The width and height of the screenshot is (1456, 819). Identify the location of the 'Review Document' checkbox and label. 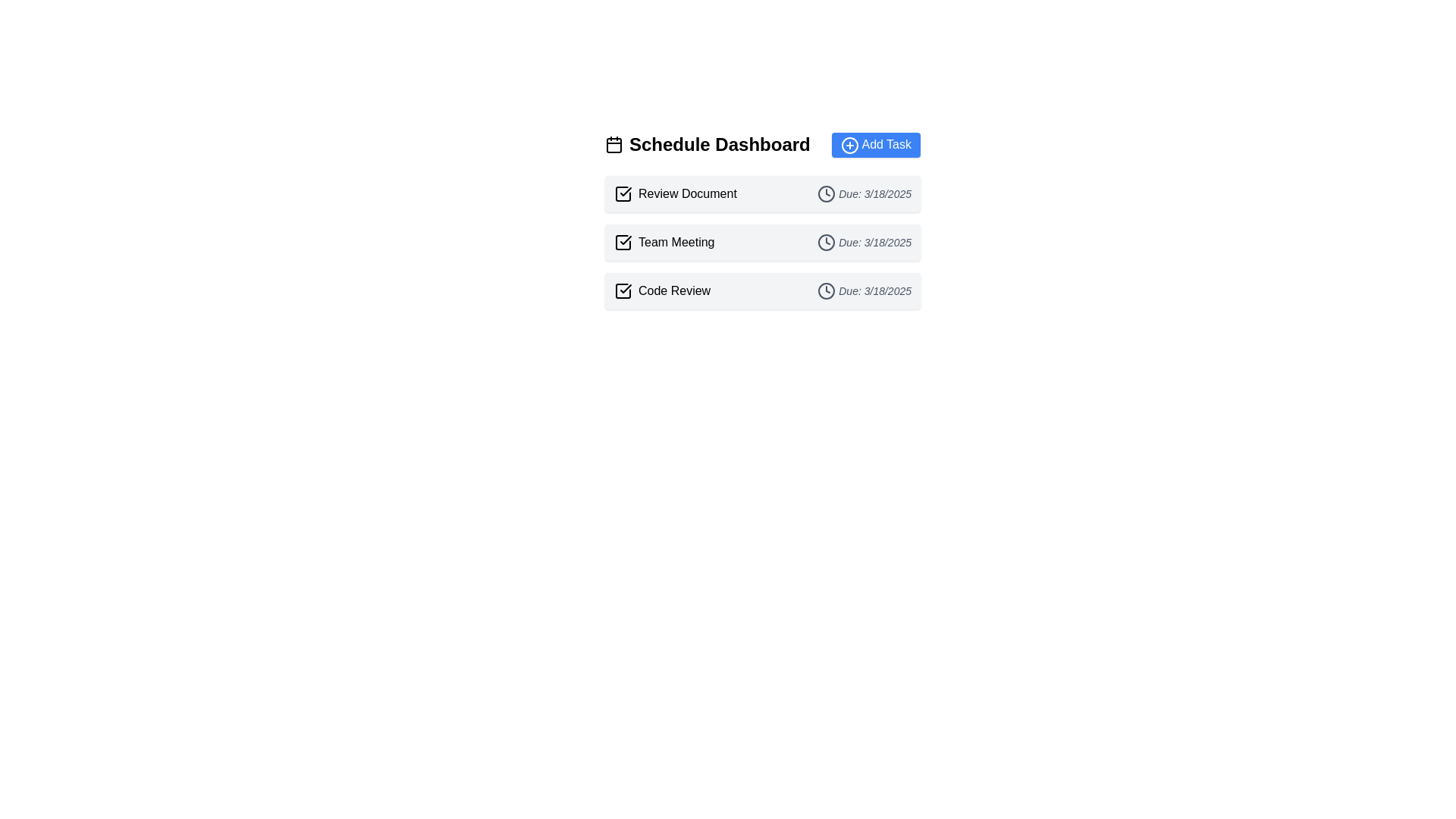
(674, 193).